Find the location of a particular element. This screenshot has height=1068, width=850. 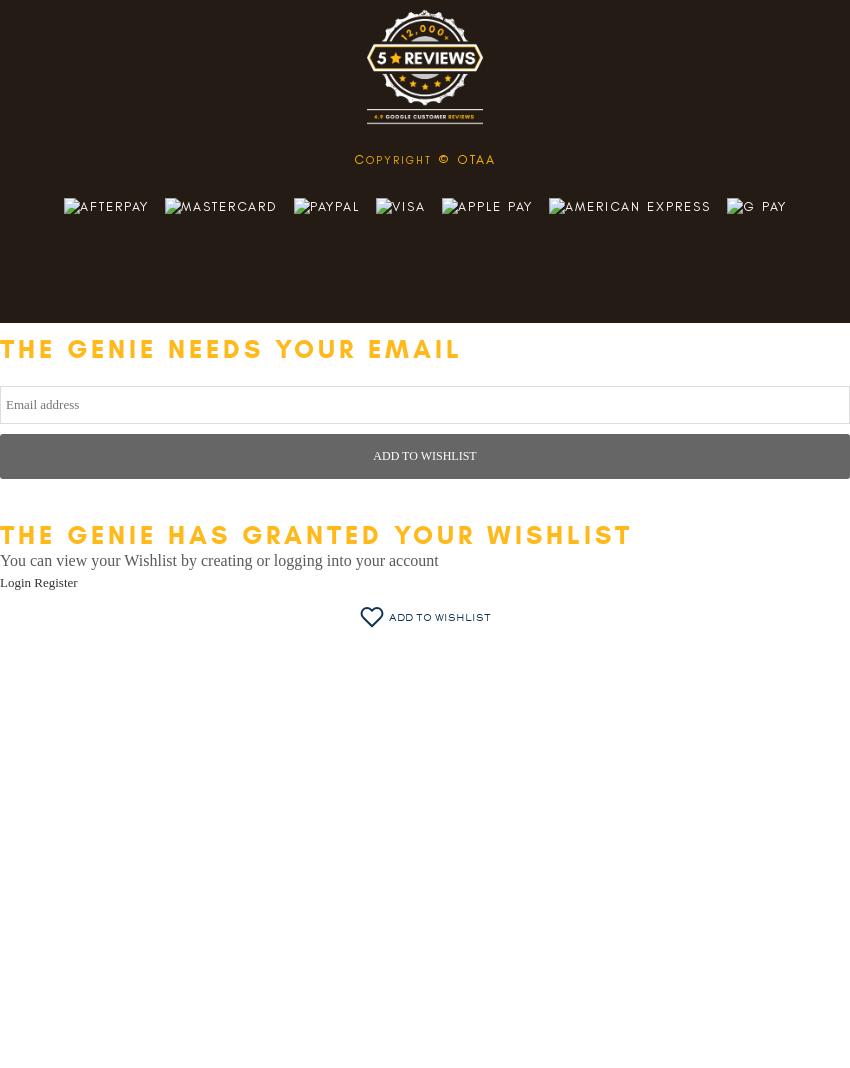

'opyright' is located at coordinates (398, 160).